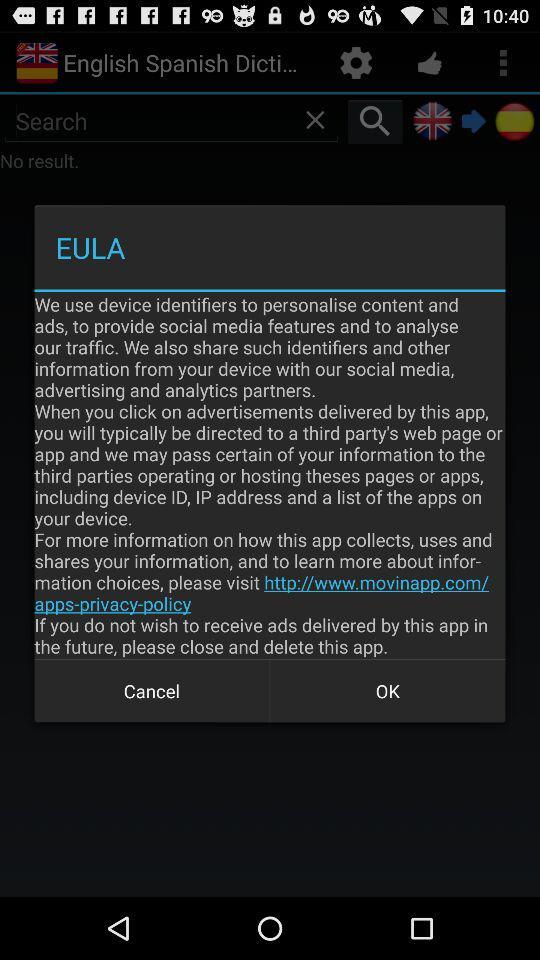 This screenshot has height=960, width=540. What do you see at coordinates (387, 691) in the screenshot?
I see `the app below the we use device icon` at bounding box center [387, 691].